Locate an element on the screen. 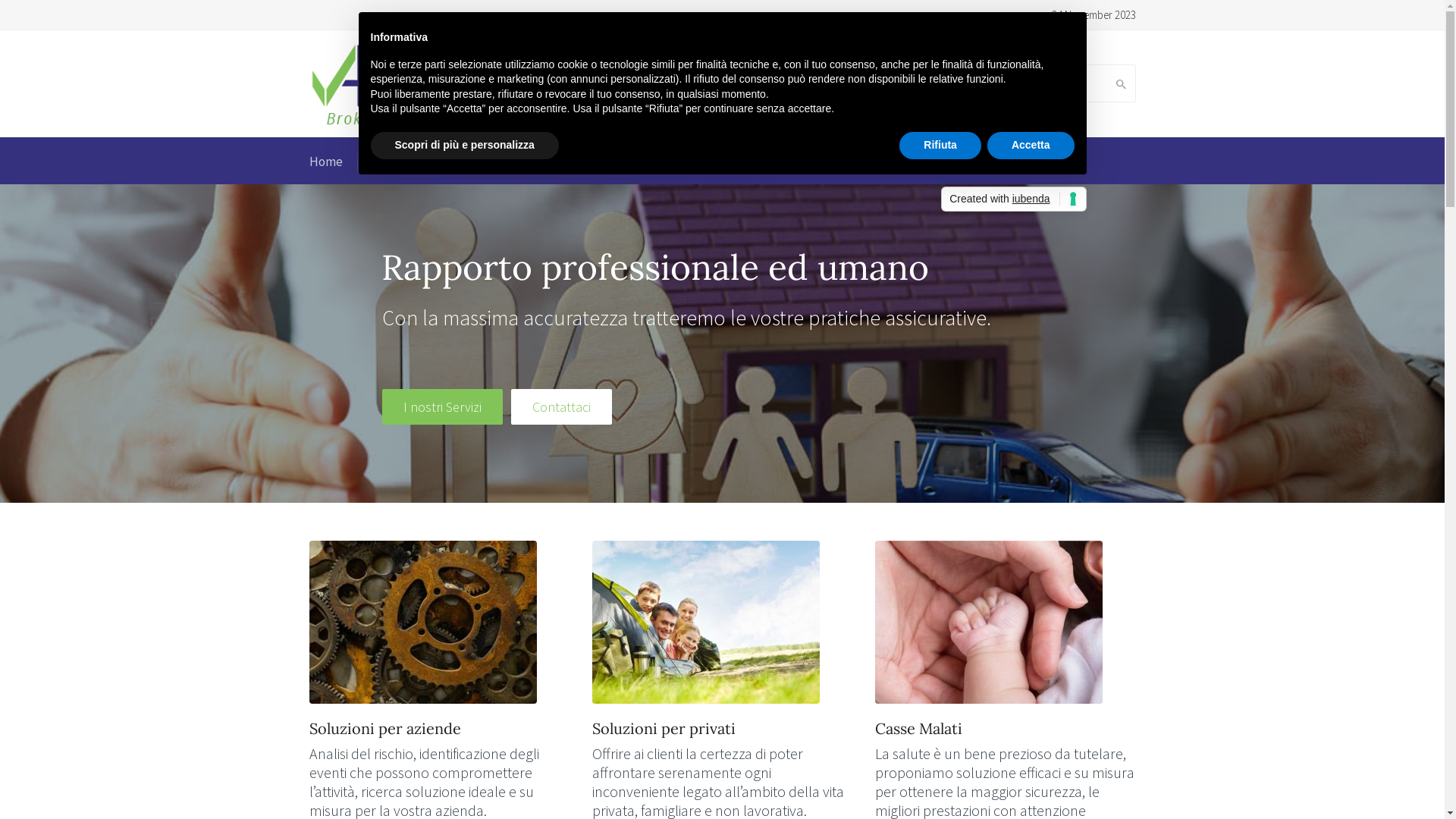 This screenshot has width=1456, height=819. 'Rifiuta' is located at coordinates (939, 146).